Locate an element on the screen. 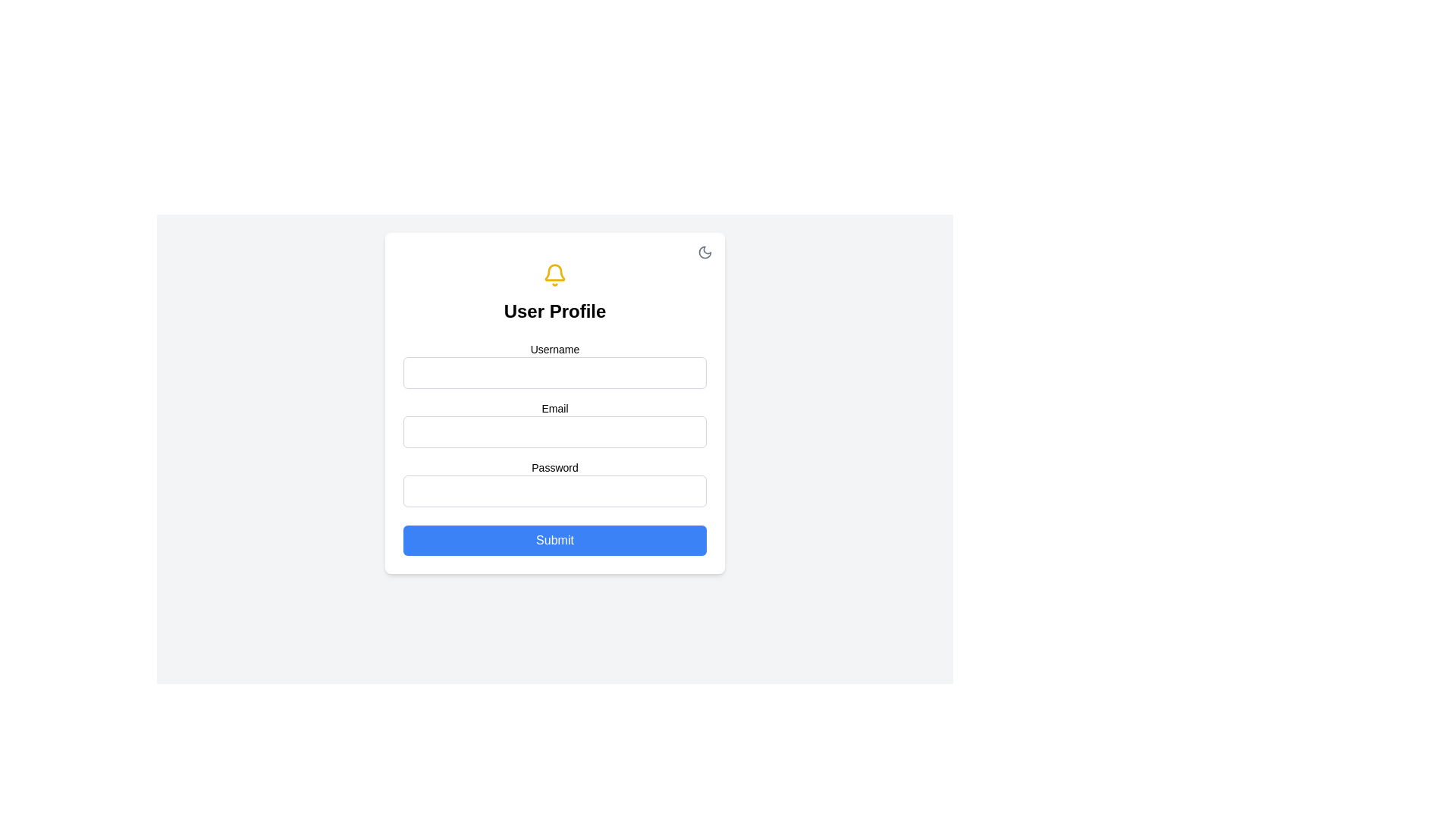 This screenshot has height=819, width=1456. the yellow bell icon with a bold outline, located above the 'User Profile' title in the modal dialog is located at coordinates (554, 275).